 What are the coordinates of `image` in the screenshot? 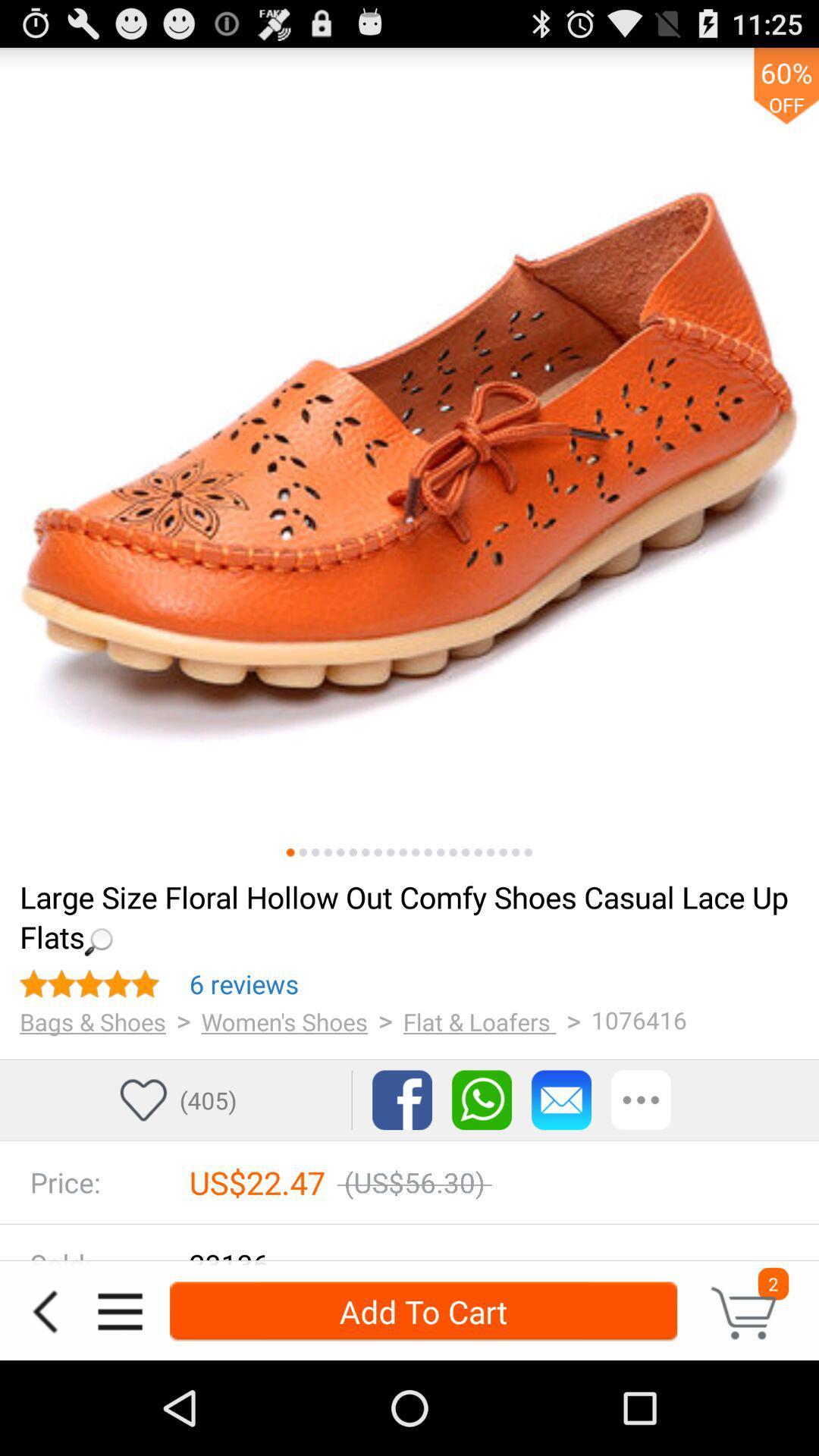 It's located at (315, 852).